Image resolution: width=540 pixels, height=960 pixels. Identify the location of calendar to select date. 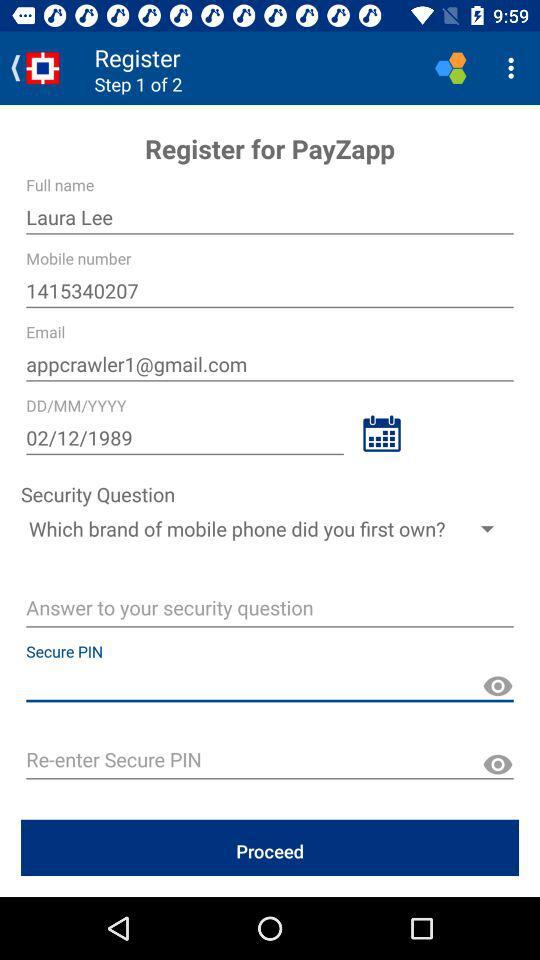
(381, 433).